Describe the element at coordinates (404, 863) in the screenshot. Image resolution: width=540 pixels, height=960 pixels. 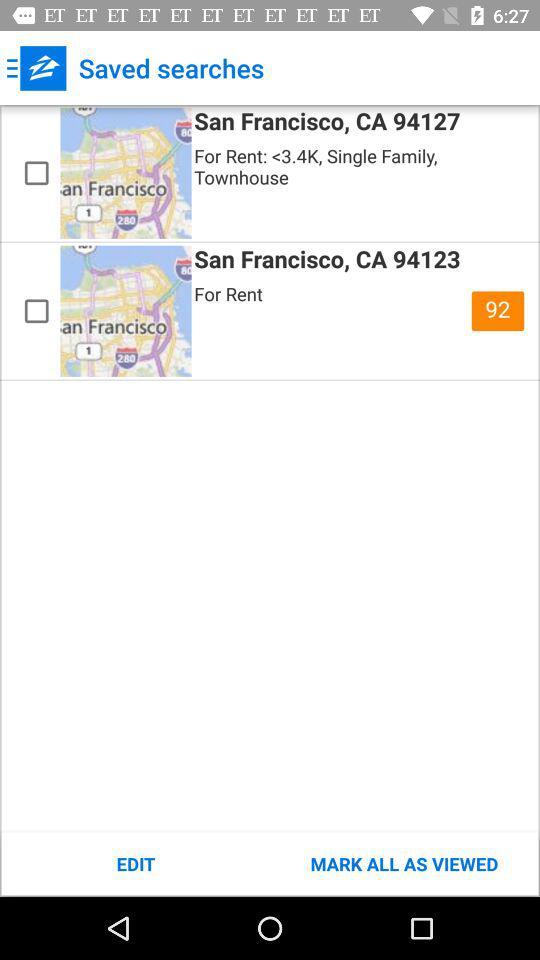
I see `the item at the bottom right corner` at that location.